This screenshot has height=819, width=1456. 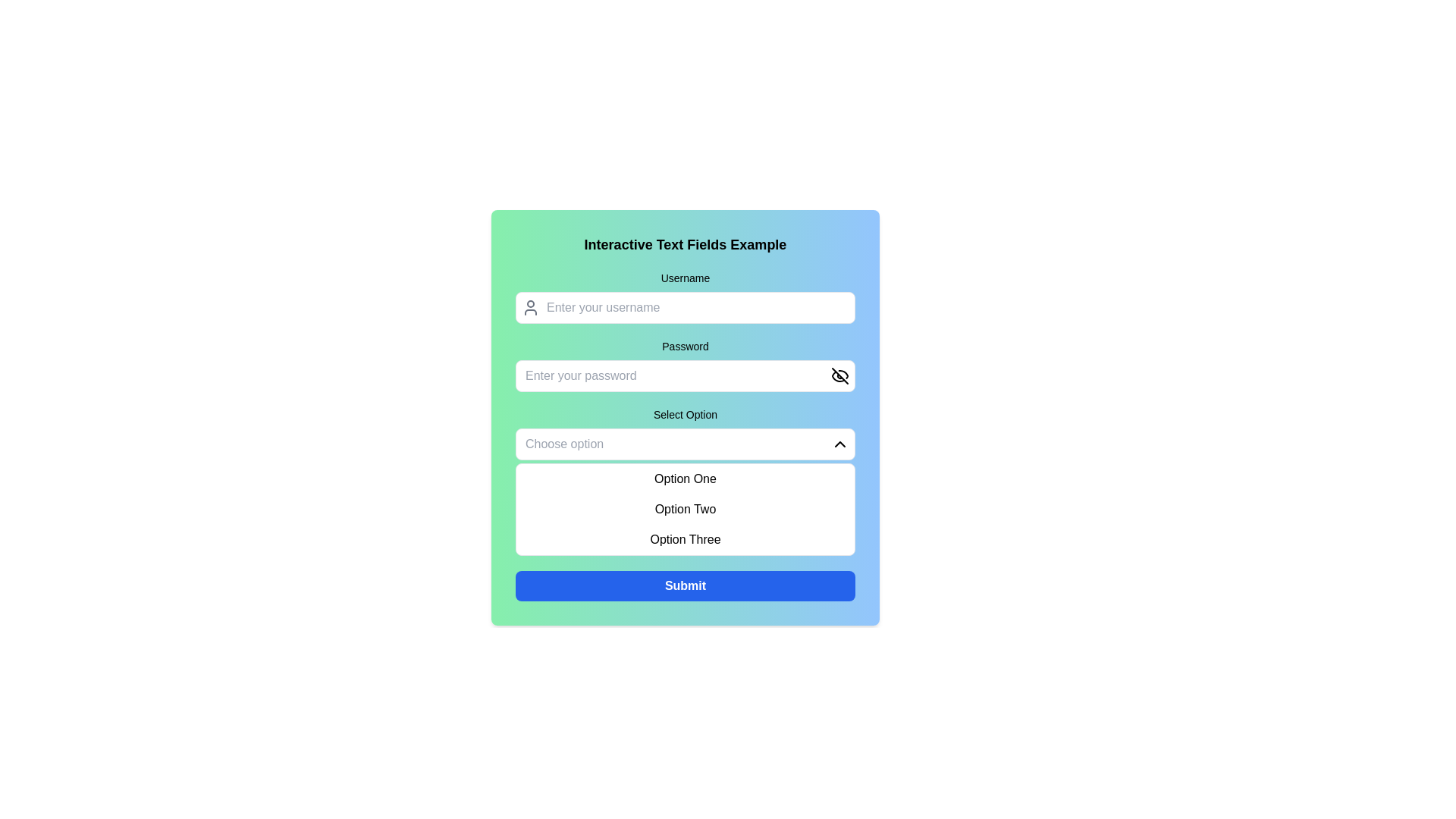 What do you see at coordinates (684, 585) in the screenshot?
I see `the 'Submit' button with a solid blue background and white bold text` at bounding box center [684, 585].